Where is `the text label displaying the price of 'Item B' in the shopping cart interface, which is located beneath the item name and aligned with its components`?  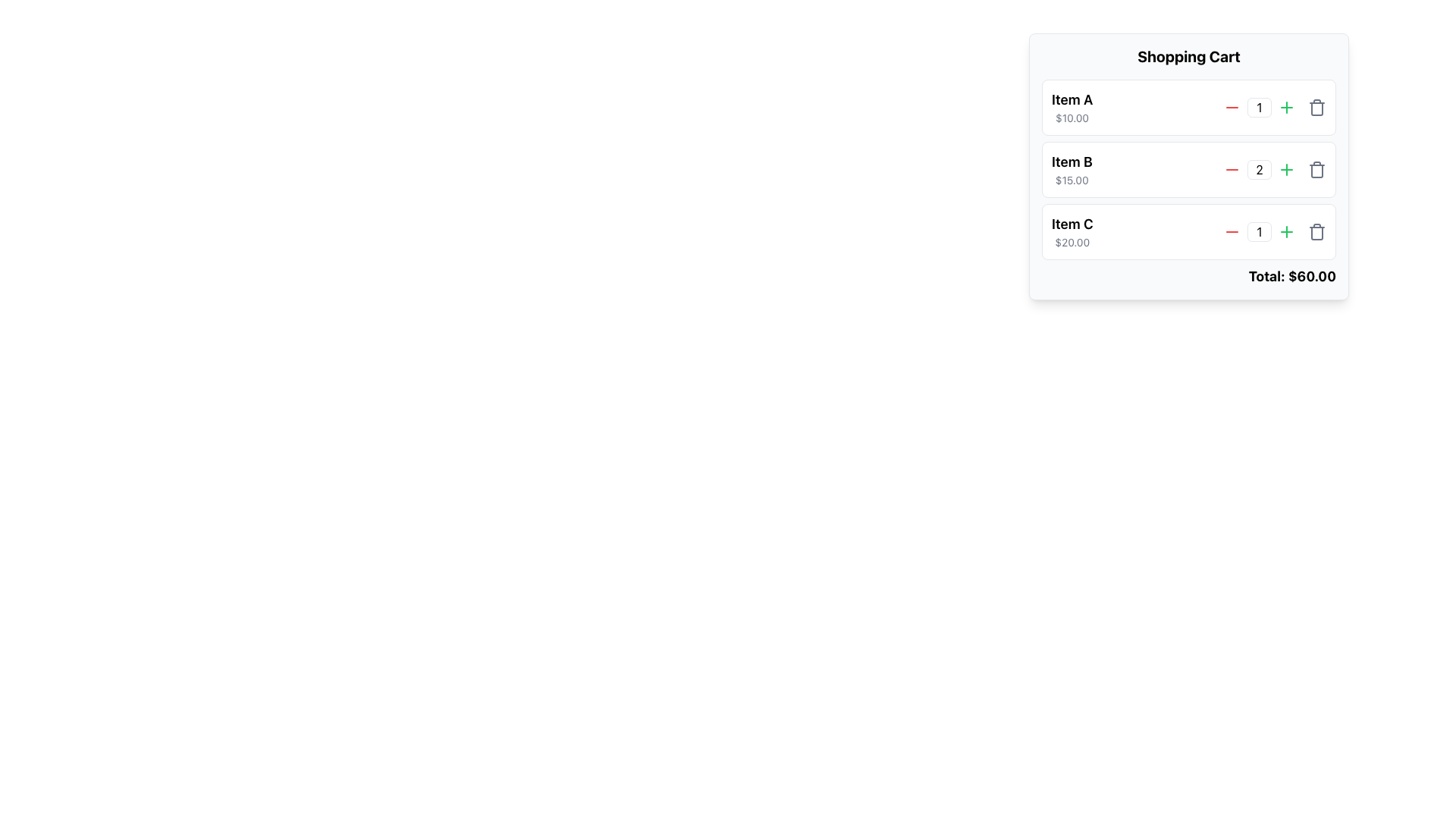
the text label displaying the price of 'Item B' in the shopping cart interface, which is located beneath the item name and aligned with its components is located at coordinates (1071, 180).